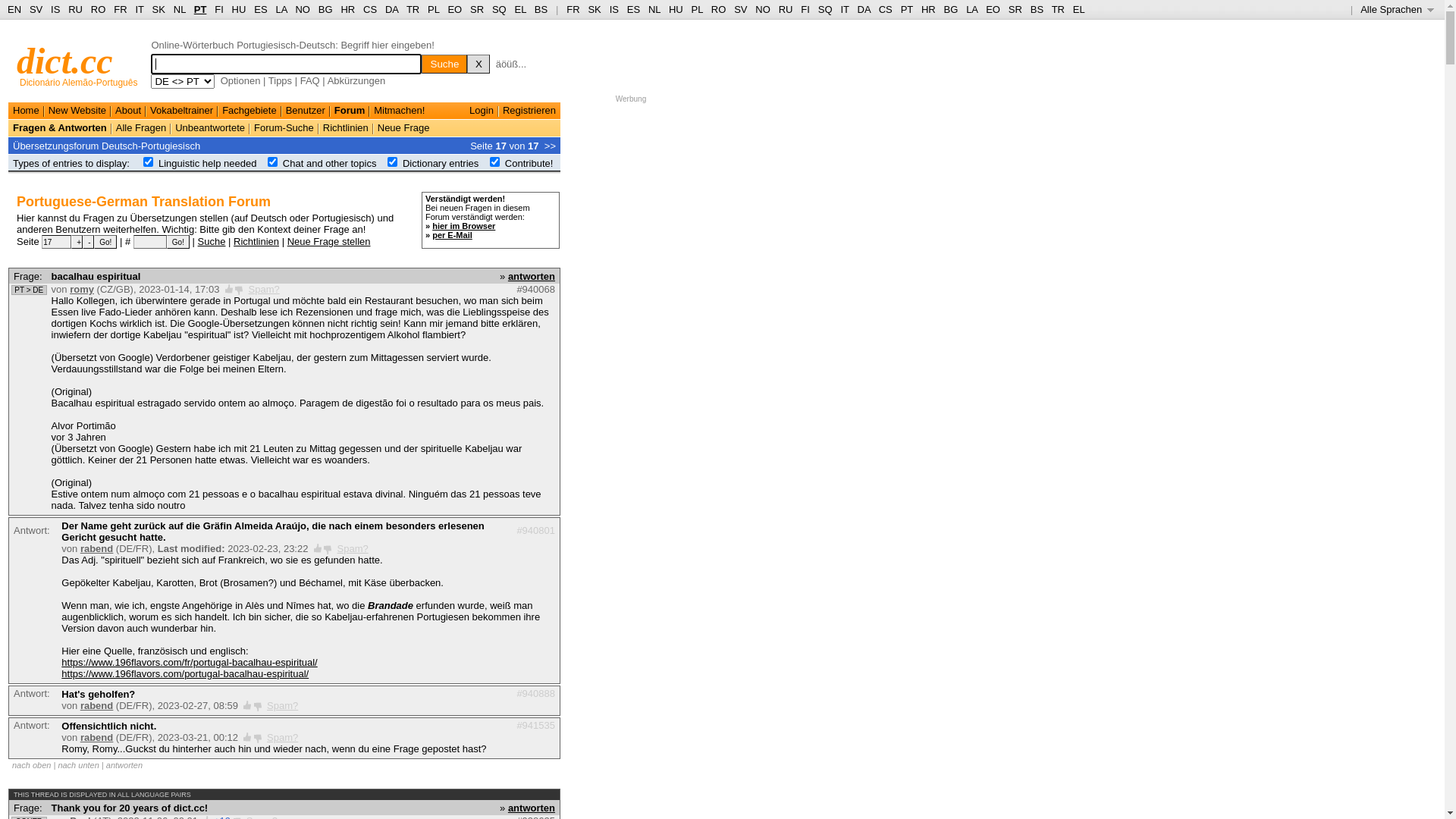 This screenshot has width=1456, height=819. I want to click on 'NL', so click(654, 9).